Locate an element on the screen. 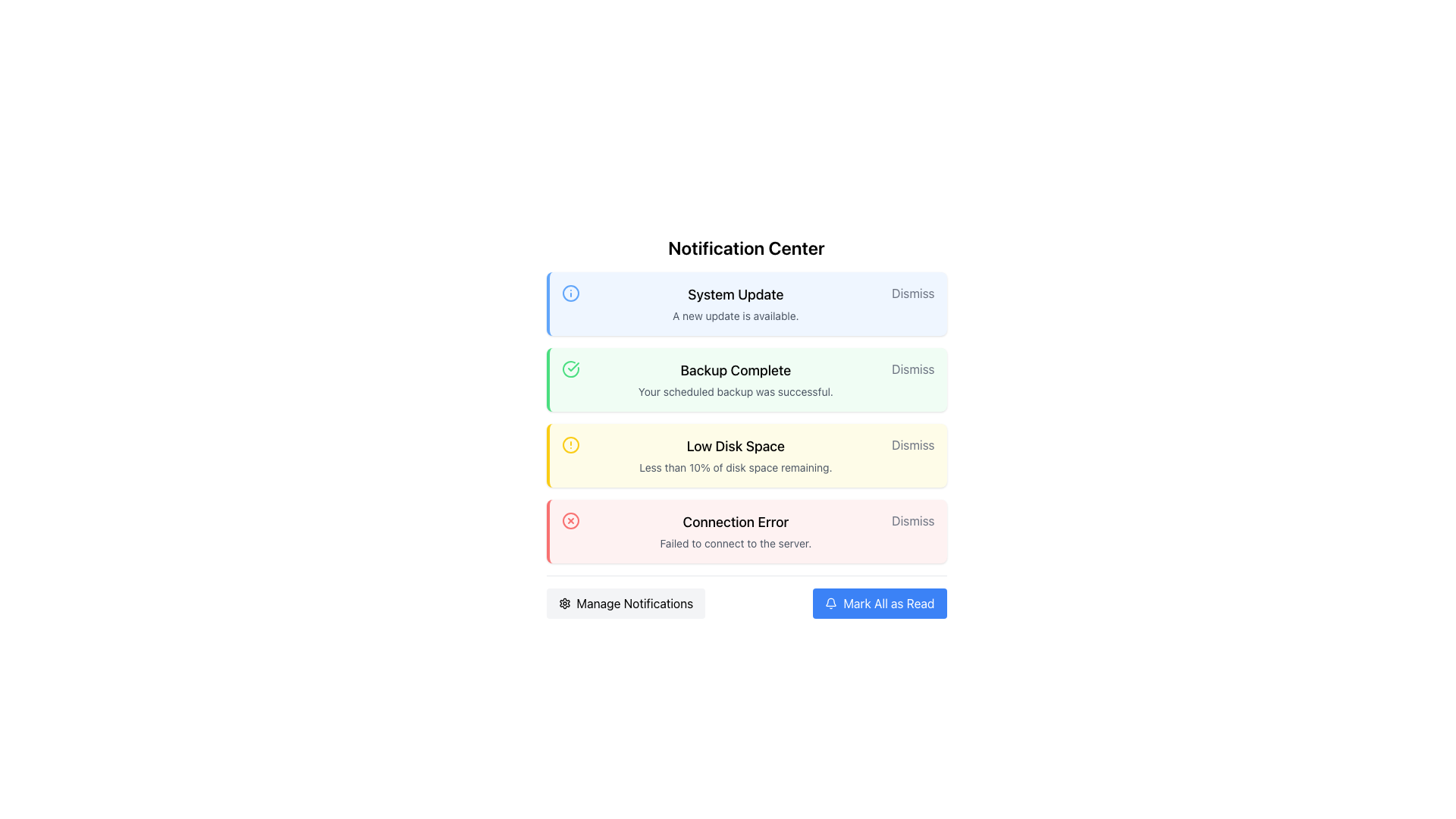 The height and width of the screenshot is (819, 1456). the SVG circle shape that indicates the status of the 'System Update' notification, located within the left icon area of the notification entry is located at coordinates (570, 293).